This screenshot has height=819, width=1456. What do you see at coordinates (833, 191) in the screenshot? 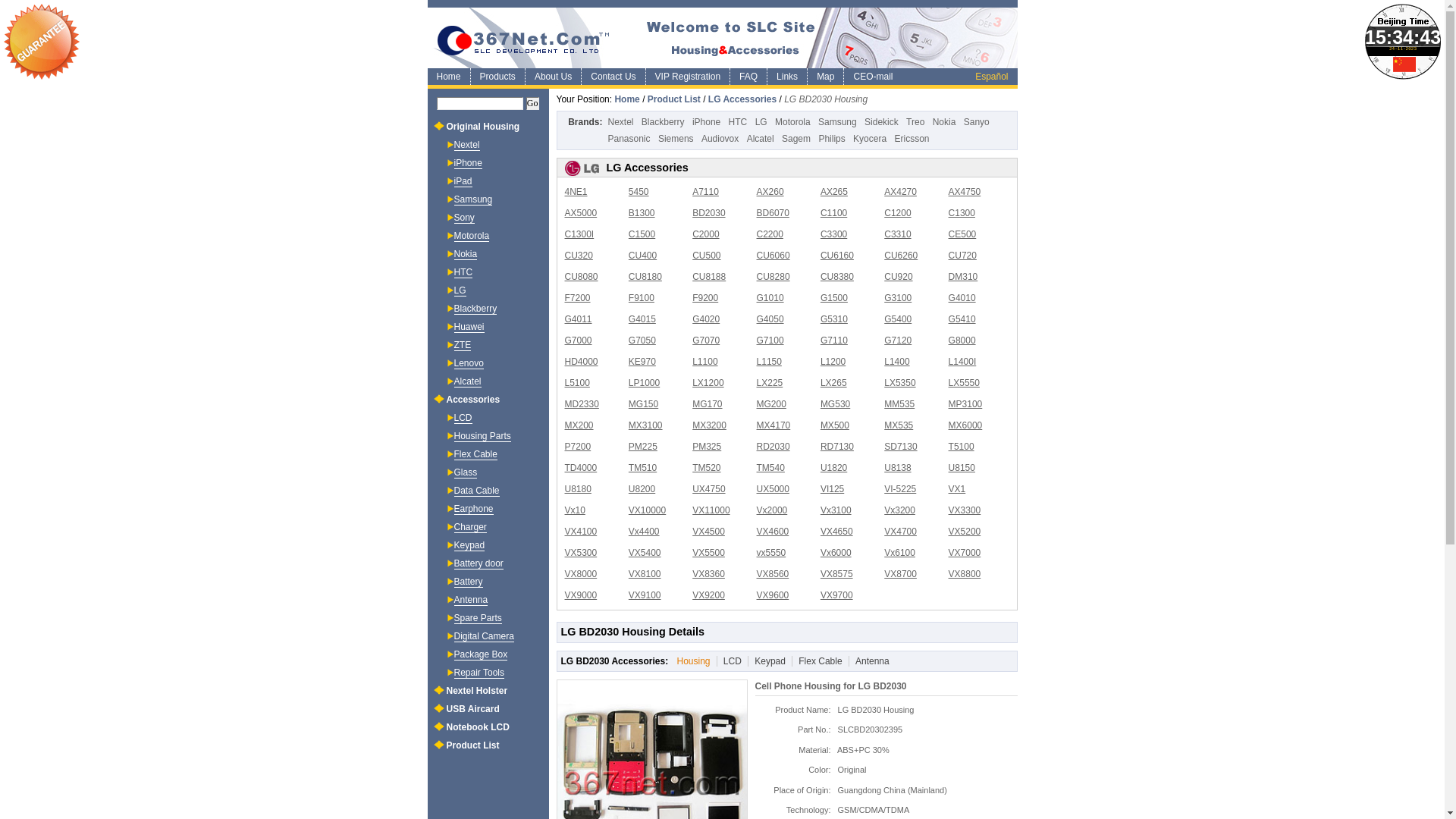
I see `'AX265'` at bounding box center [833, 191].